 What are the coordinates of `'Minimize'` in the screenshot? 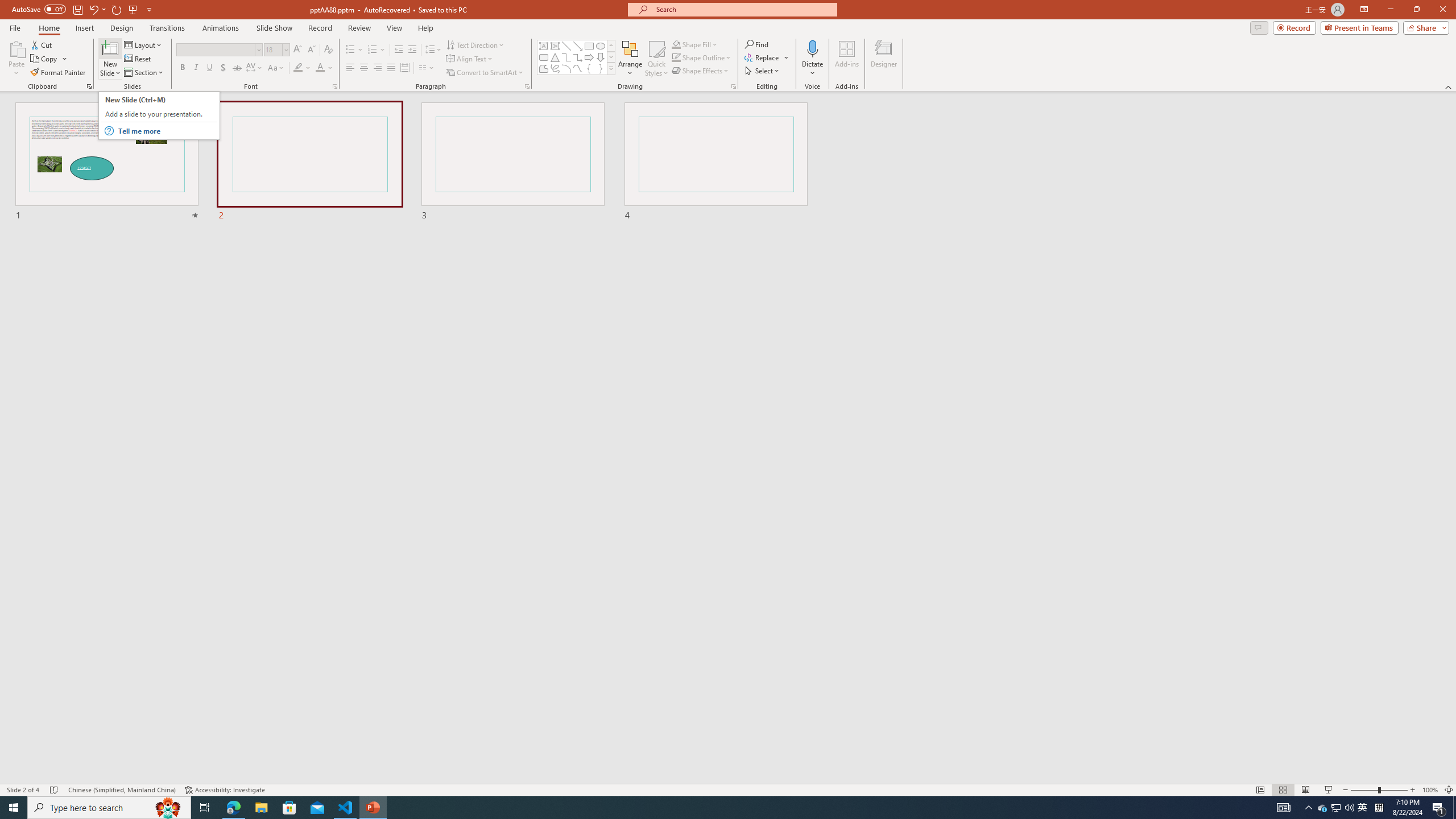 It's located at (1389, 9).